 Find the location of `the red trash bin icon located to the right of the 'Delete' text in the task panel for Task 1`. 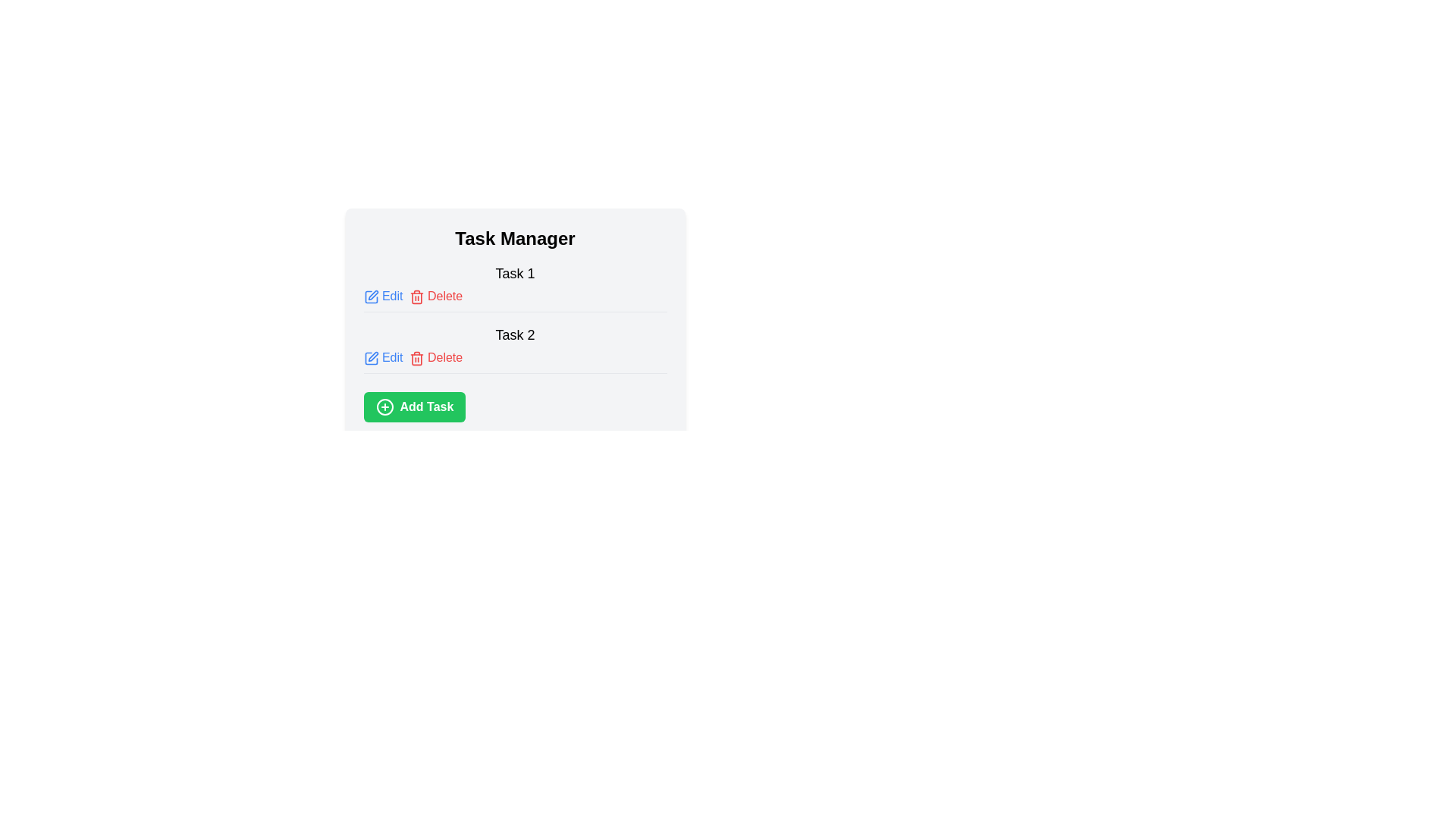

the red trash bin icon located to the right of the 'Delete' text in the task panel for Task 1 is located at coordinates (416, 358).